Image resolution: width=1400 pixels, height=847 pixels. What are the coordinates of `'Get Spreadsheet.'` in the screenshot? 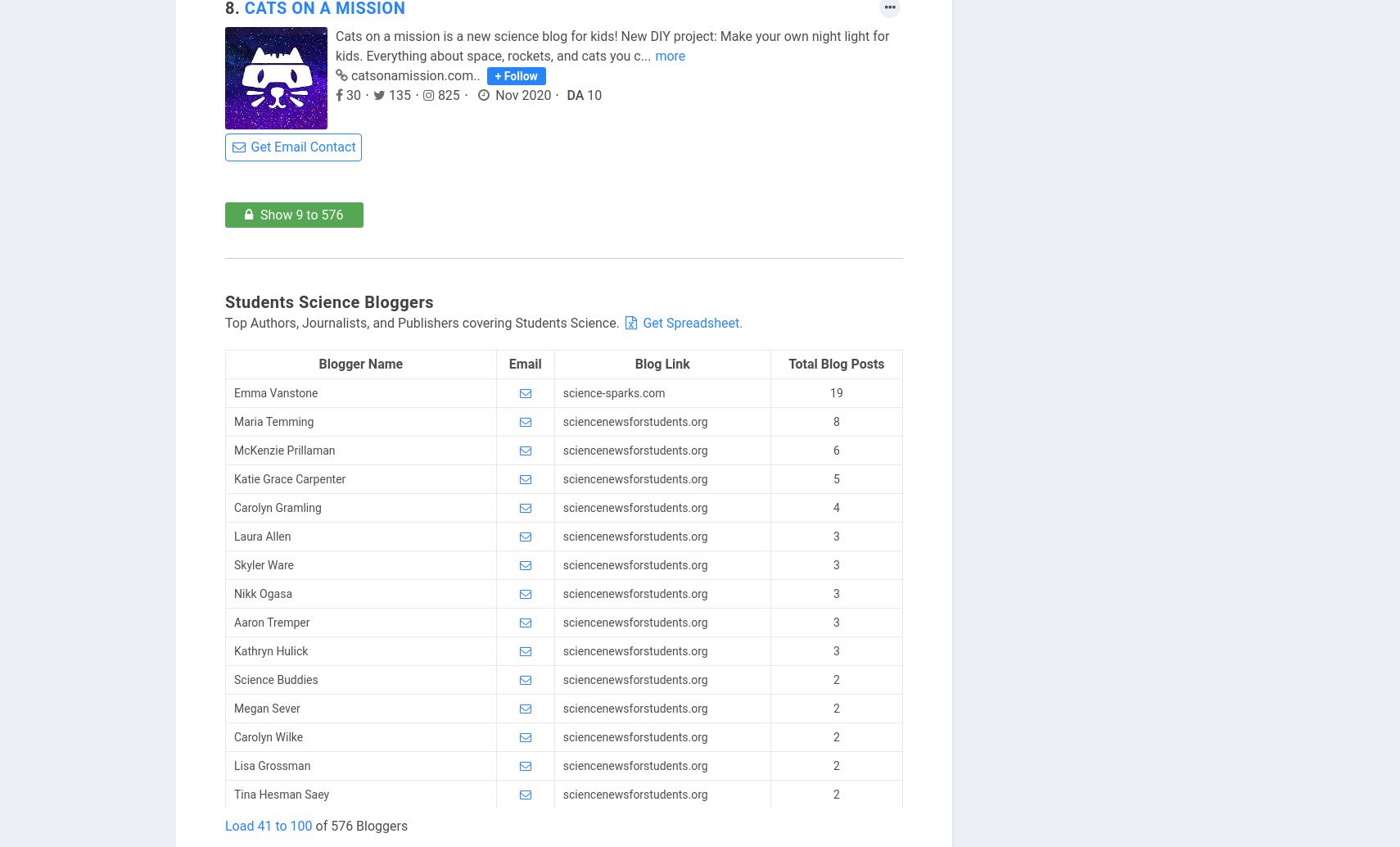 It's located at (639, 321).